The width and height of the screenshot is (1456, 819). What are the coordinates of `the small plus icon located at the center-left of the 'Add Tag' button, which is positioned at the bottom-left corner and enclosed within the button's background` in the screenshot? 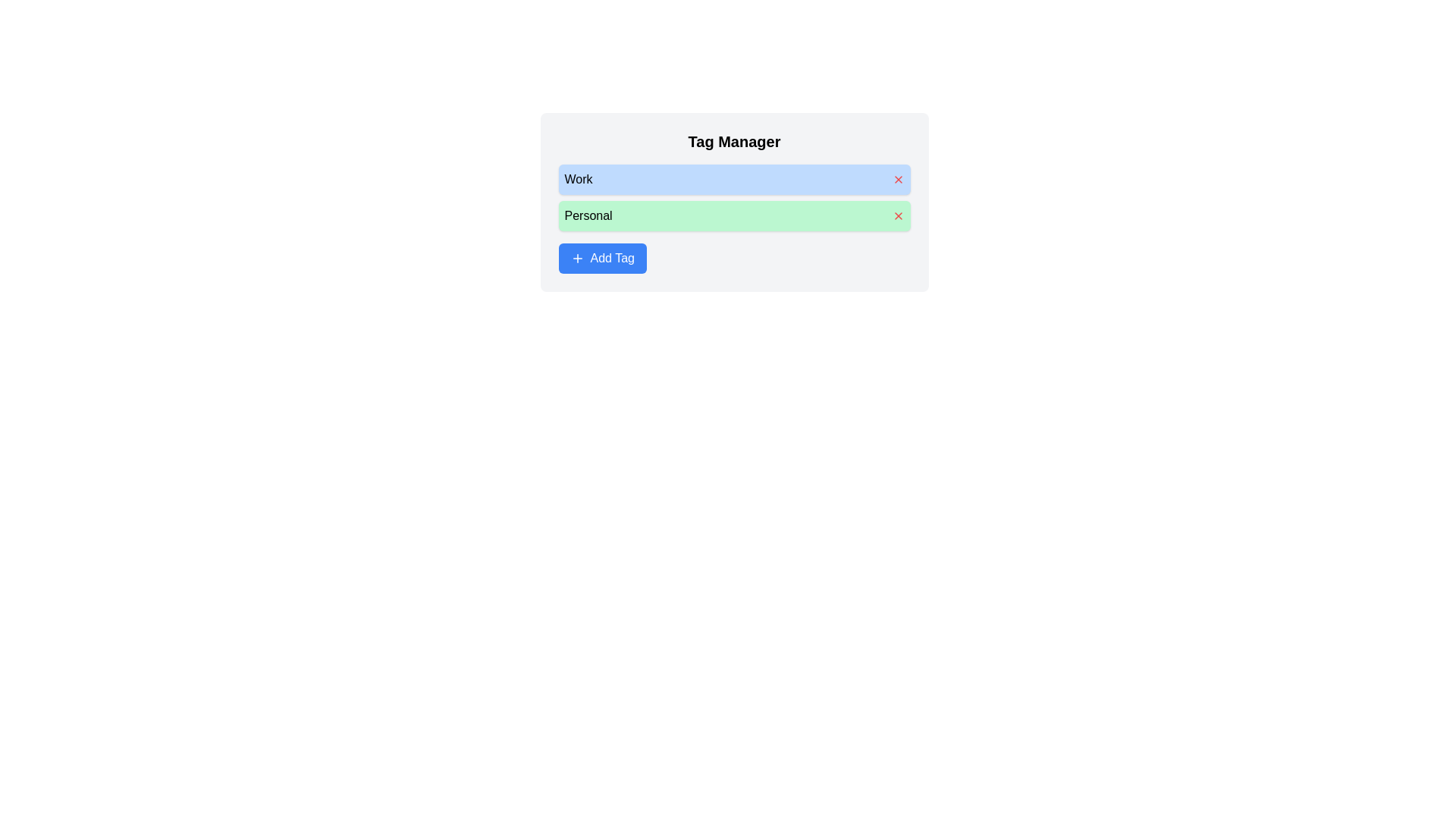 It's located at (576, 257).